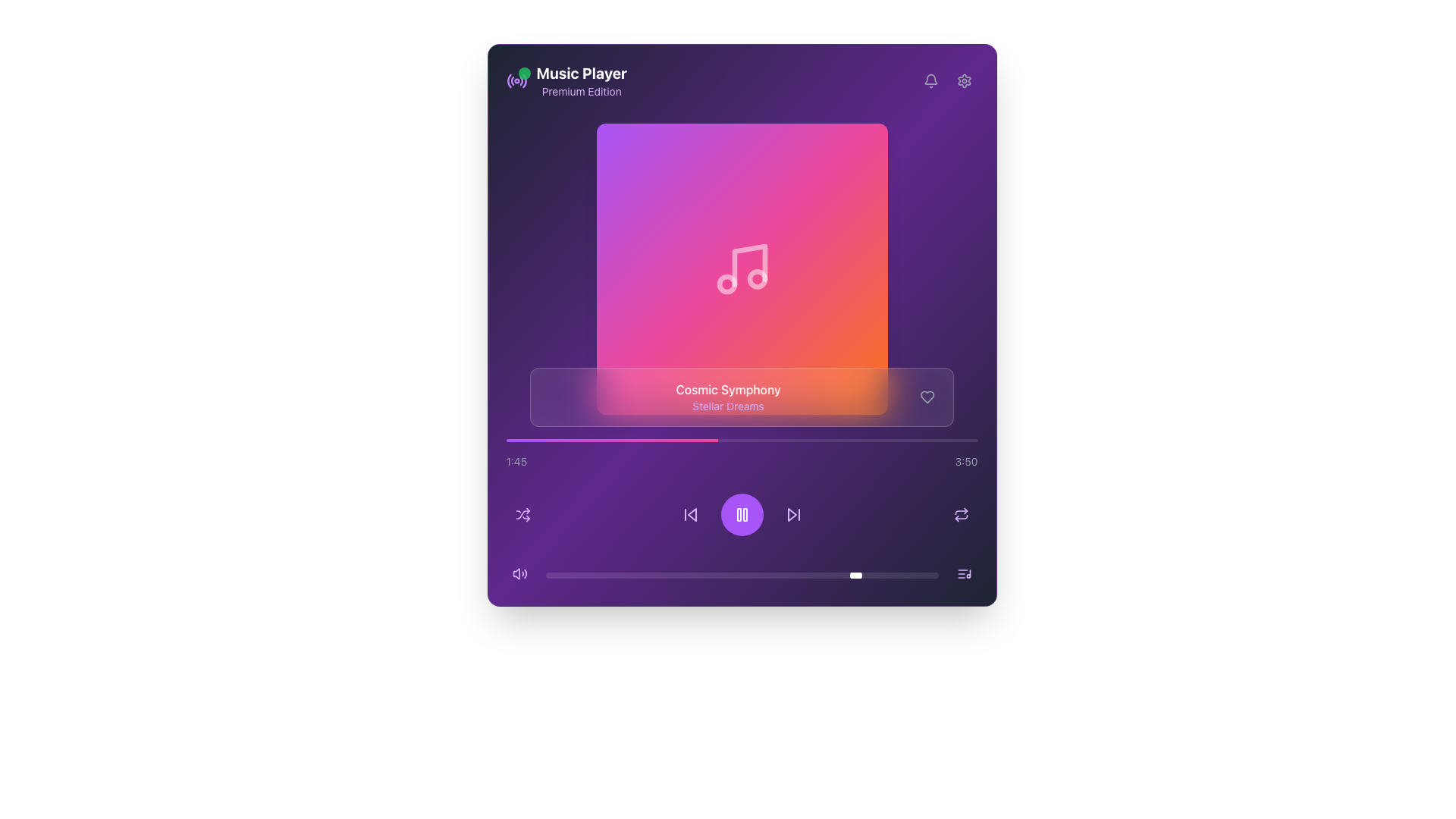 This screenshot has height=819, width=1456. Describe the element at coordinates (792, 513) in the screenshot. I see `the skip forward button, which is the third interactive button in the playback controls, located directly to the right of the play/pause button` at that location.